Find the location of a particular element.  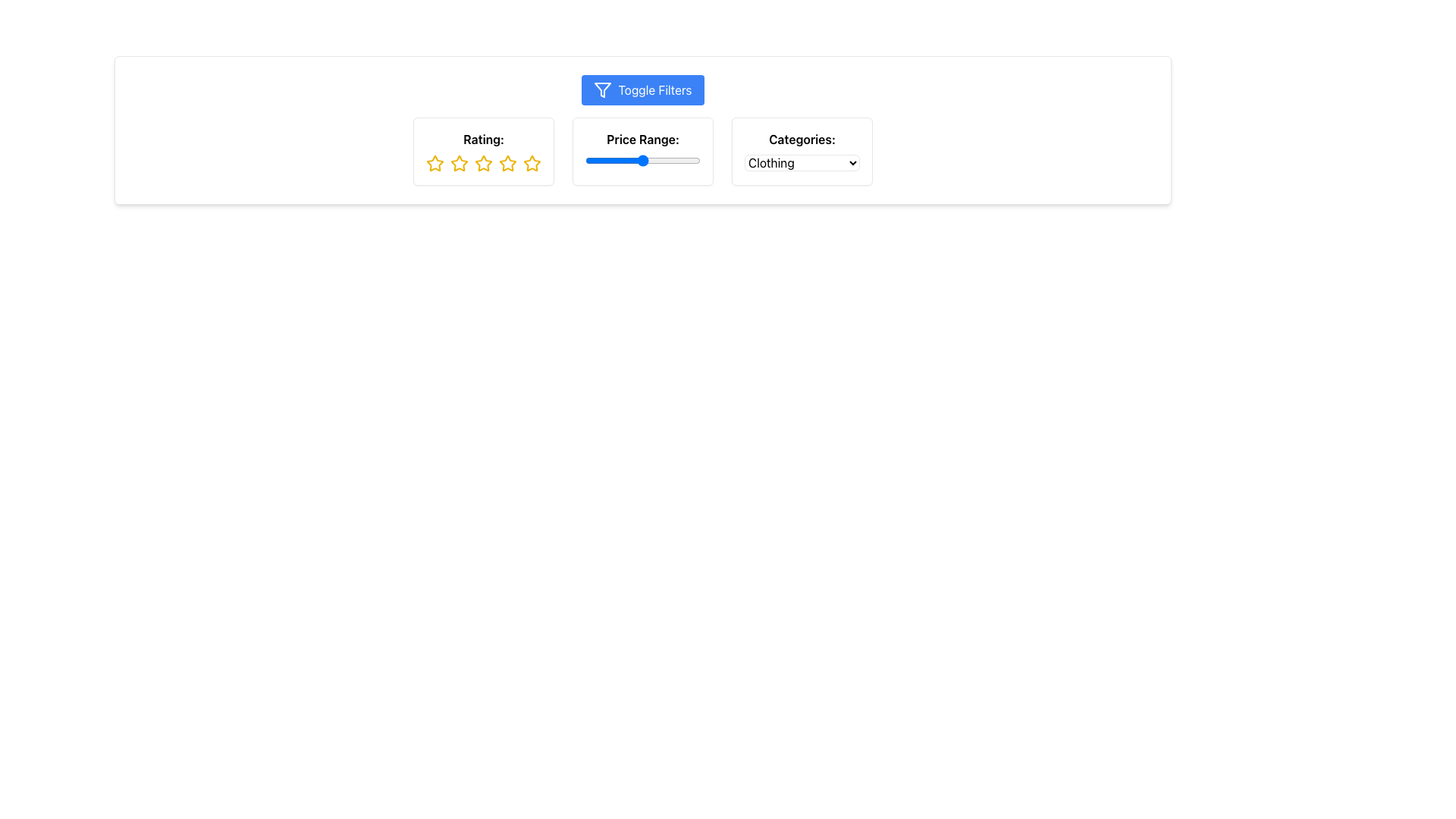

one of the stars in the interactive rating widget located in the upper left quadrant of the interface is located at coordinates (483, 152).